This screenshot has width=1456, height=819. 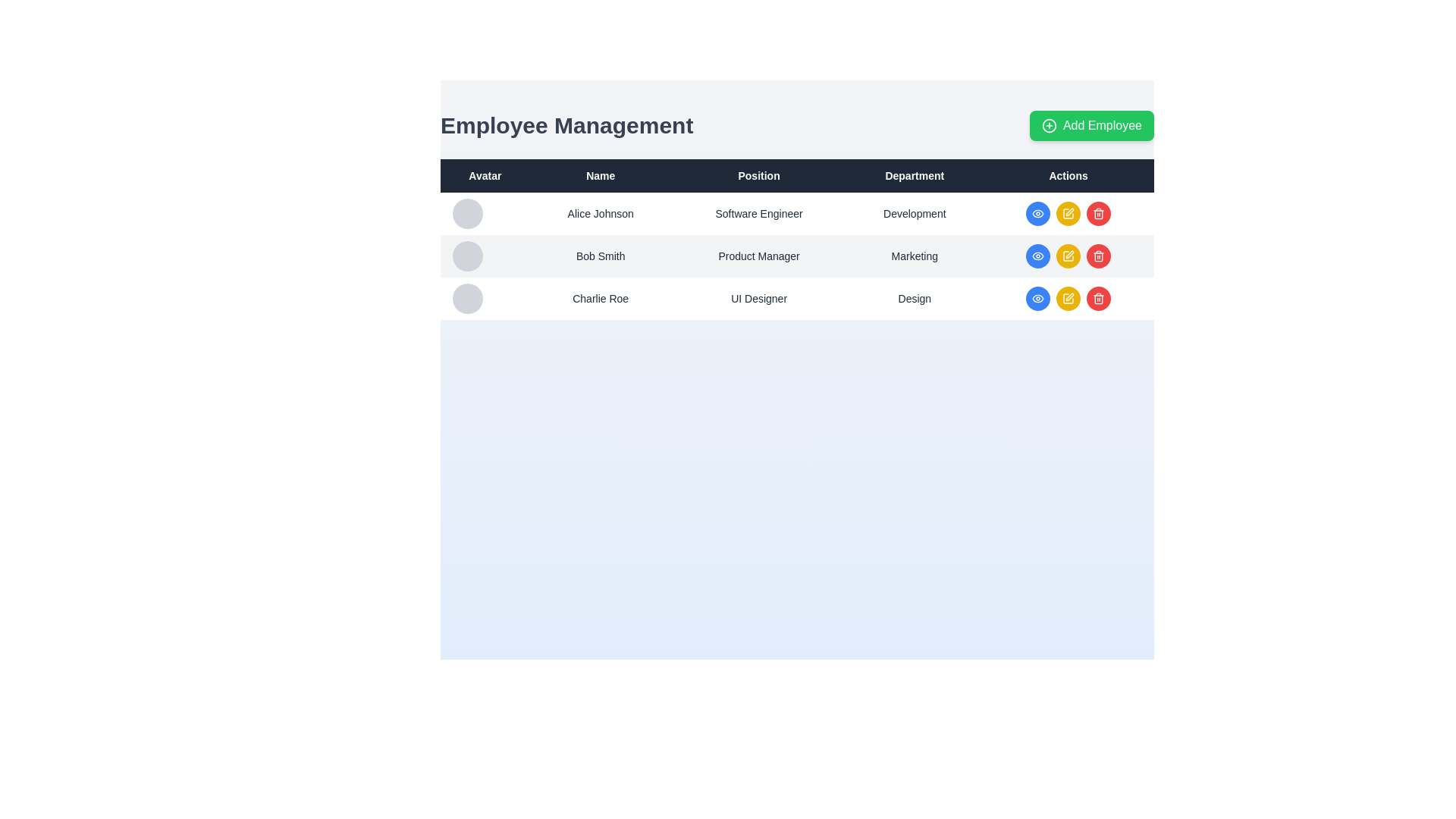 I want to click on the circular yellow button with a white pencil icon representing the edit action for 'Bob Smith' in the 'Actions' column, so click(x=1068, y=256).